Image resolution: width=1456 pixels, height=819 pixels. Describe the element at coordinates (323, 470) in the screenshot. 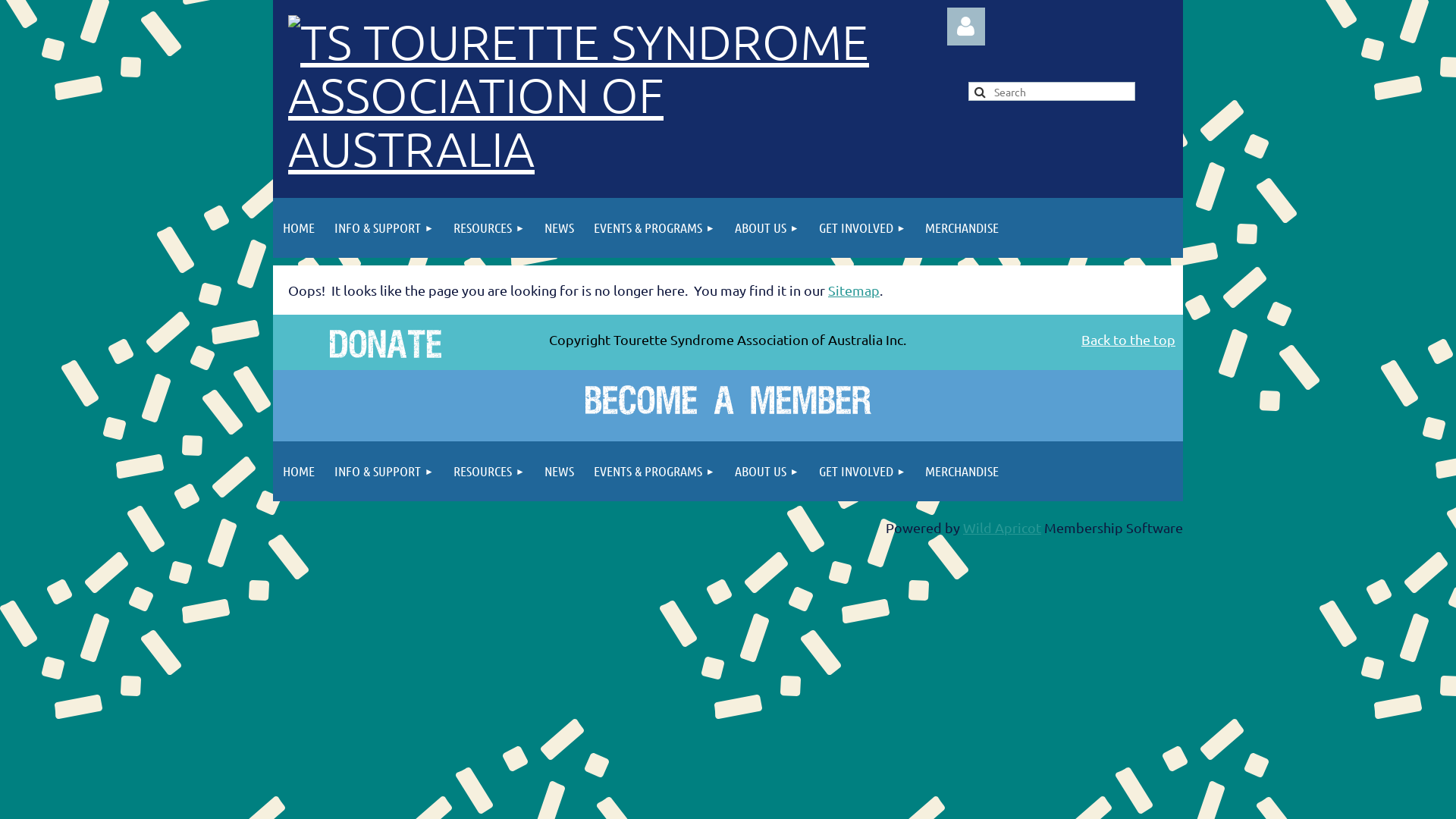

I see `'INFO & SUPPORT'` at that location.